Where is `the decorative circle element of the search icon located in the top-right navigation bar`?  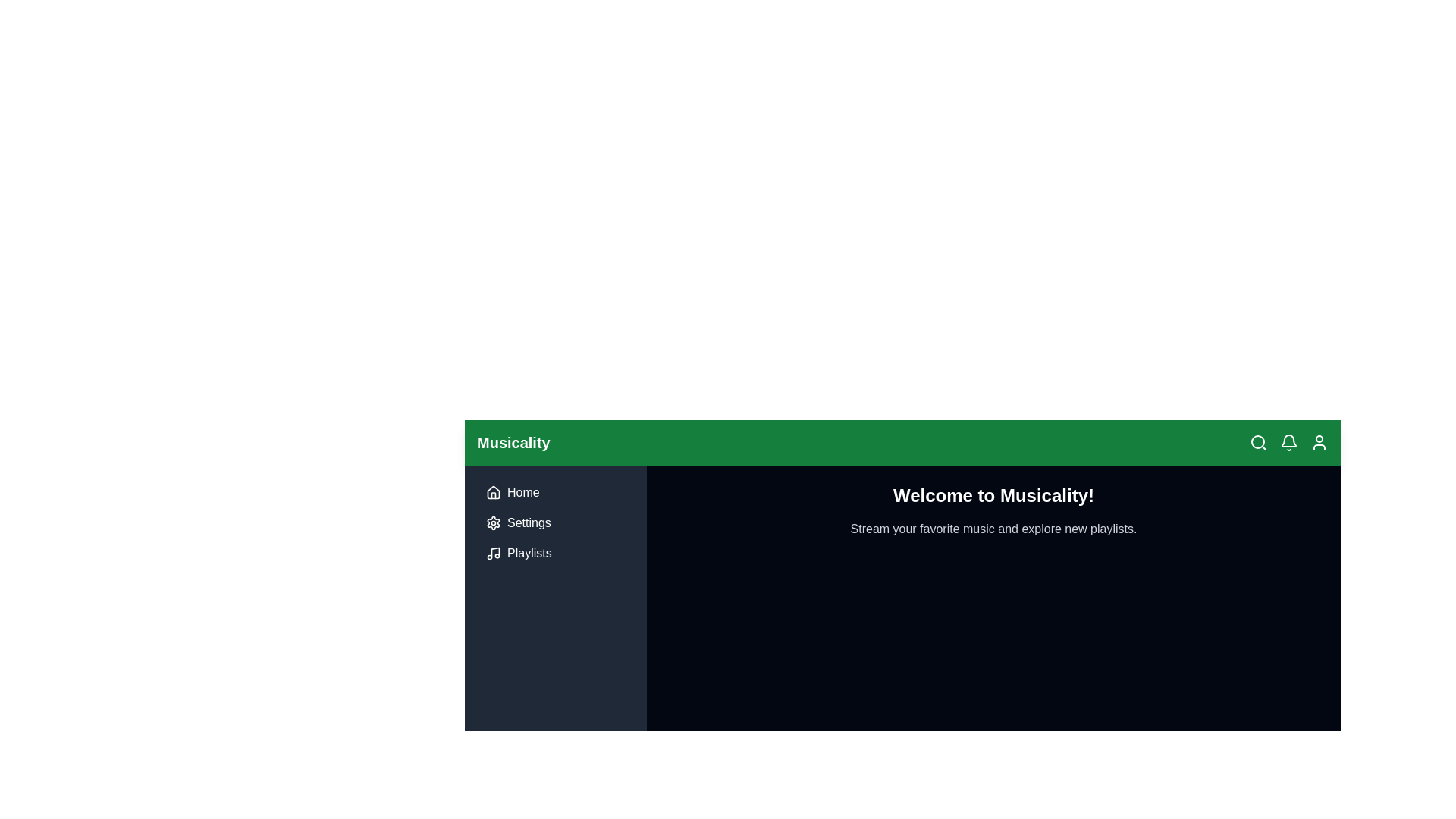 the decorative circle element of the search icon located in the top-right navigation bar is located at coordinates (1258, 441).